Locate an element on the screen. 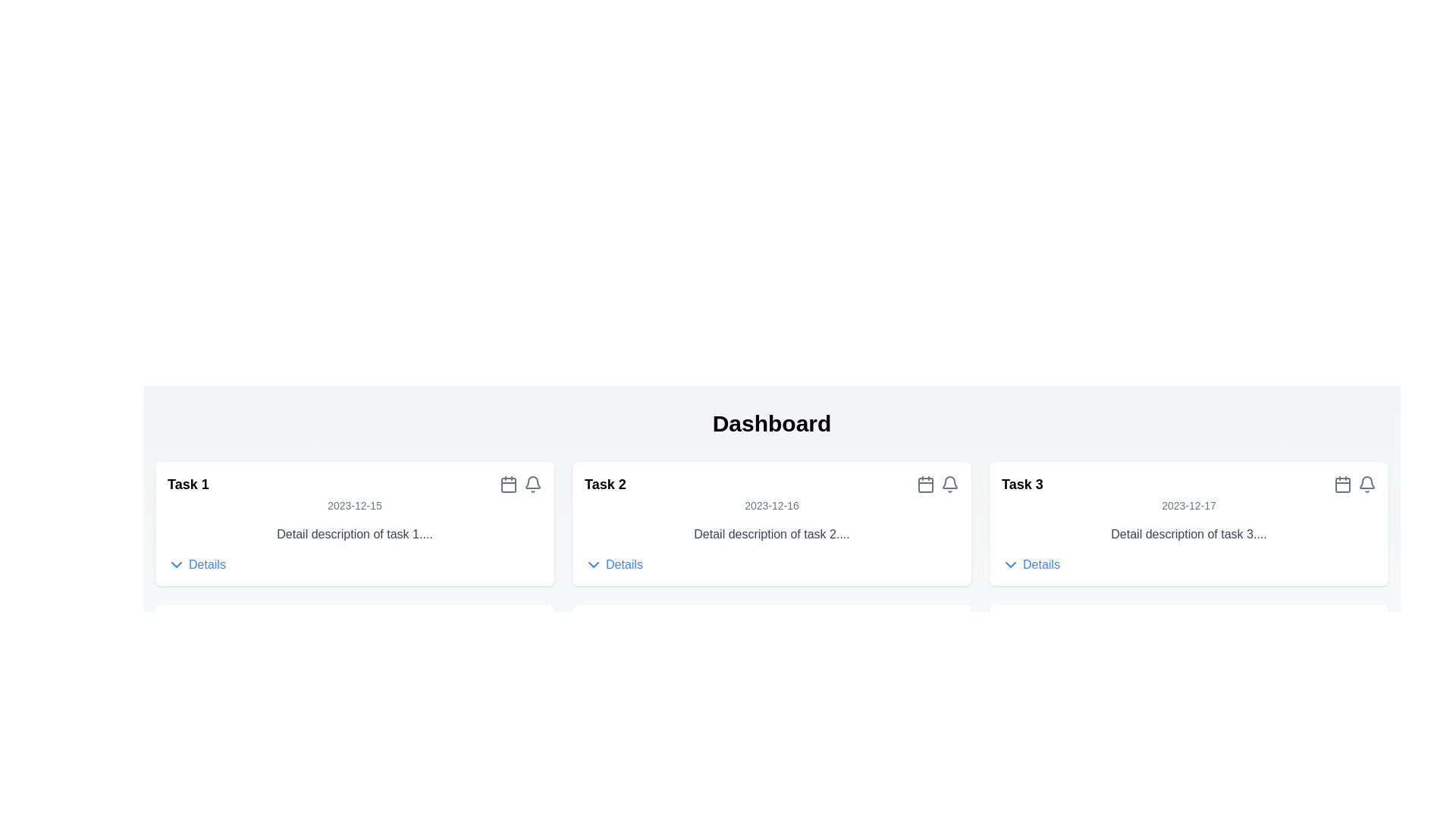  the bell-shaped notification icon located in the top-right corner of the card labeled 'Task 3' is located at coordinates (1367, 482).